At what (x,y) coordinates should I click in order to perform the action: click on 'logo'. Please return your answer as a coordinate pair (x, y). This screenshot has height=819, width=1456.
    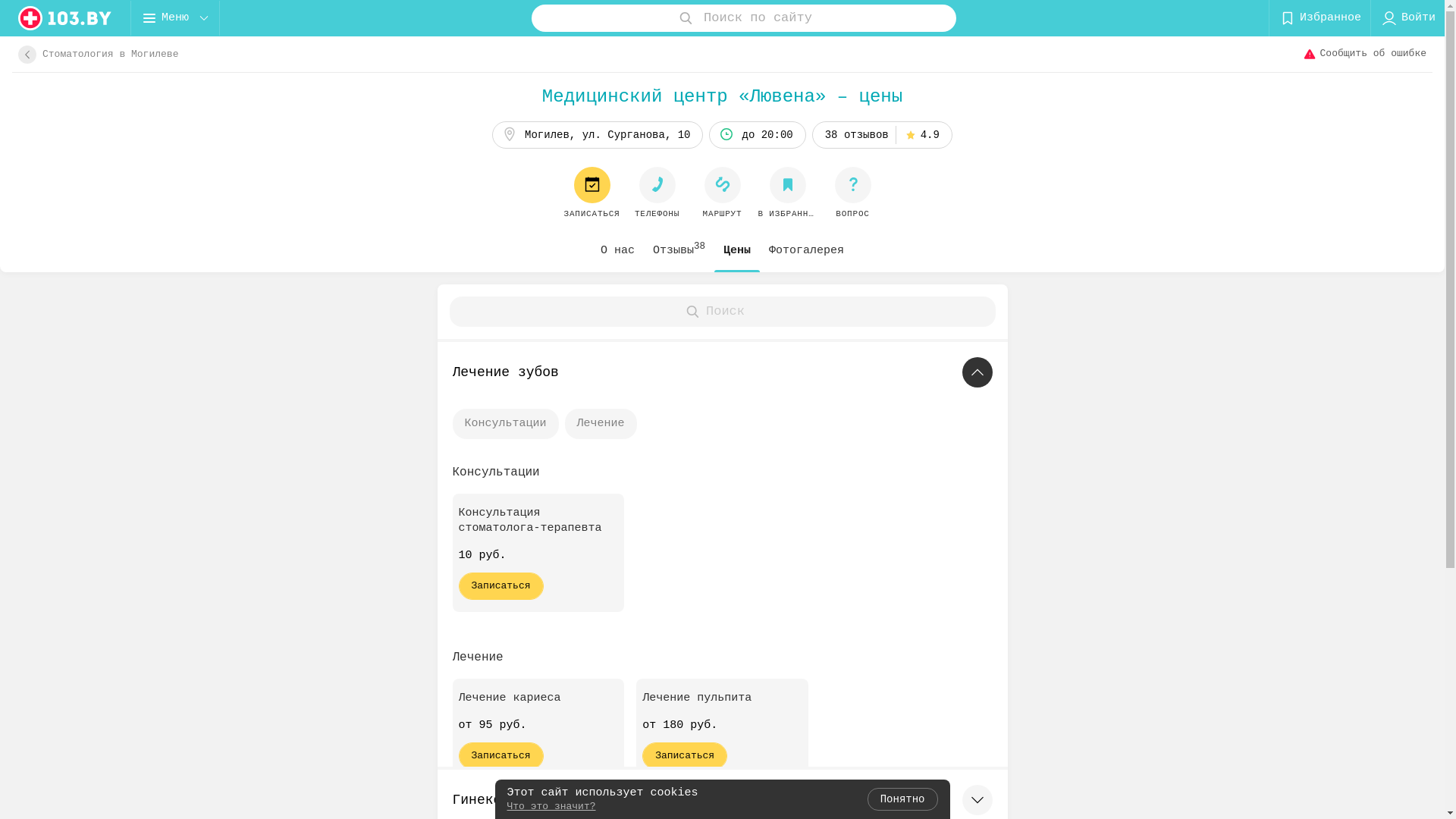
    Looking at the image, I should click on (64, 17).